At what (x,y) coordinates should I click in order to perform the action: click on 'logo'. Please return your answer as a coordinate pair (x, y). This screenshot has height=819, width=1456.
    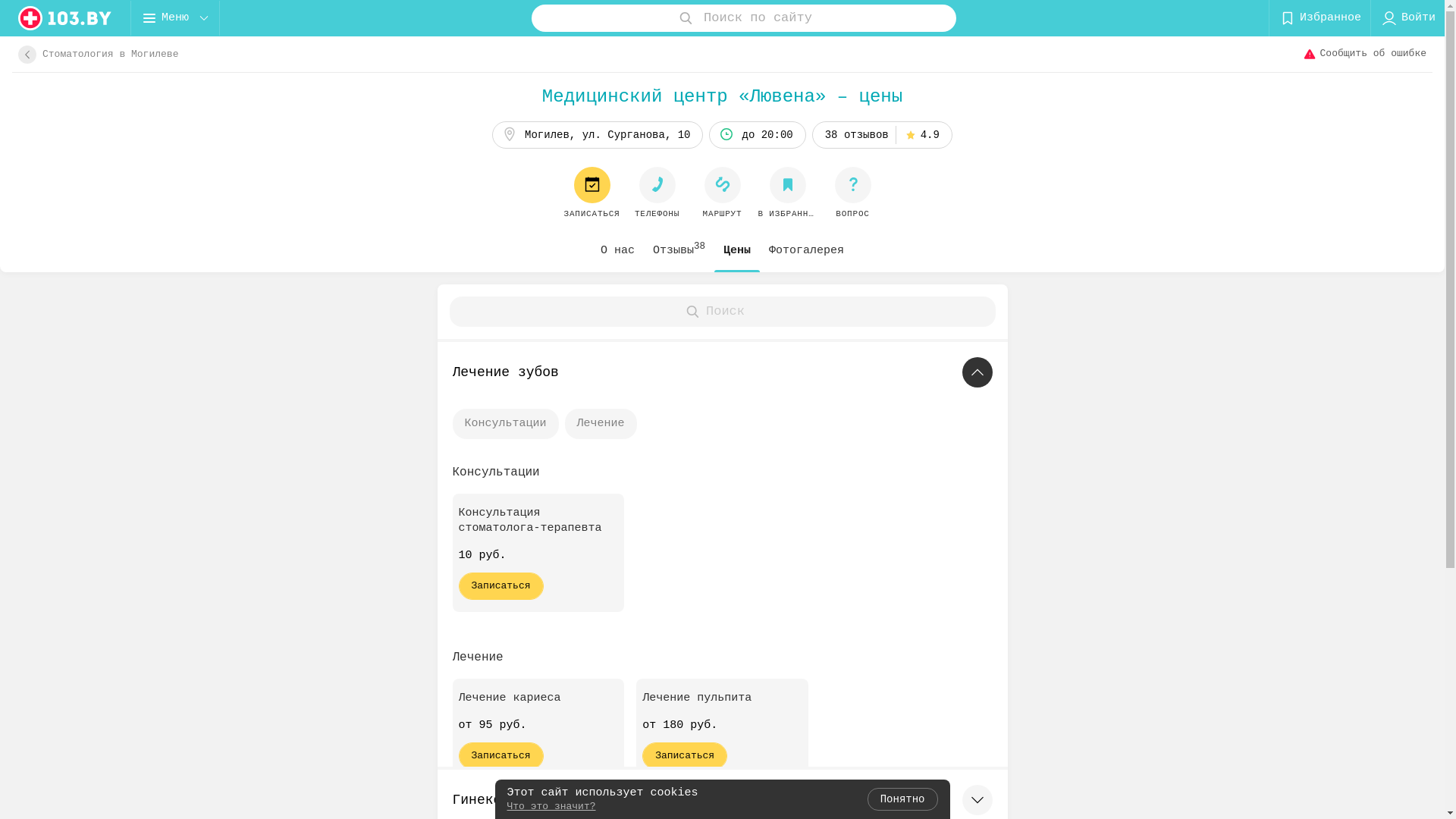
    Looking at the image, I should click on (64, 17).